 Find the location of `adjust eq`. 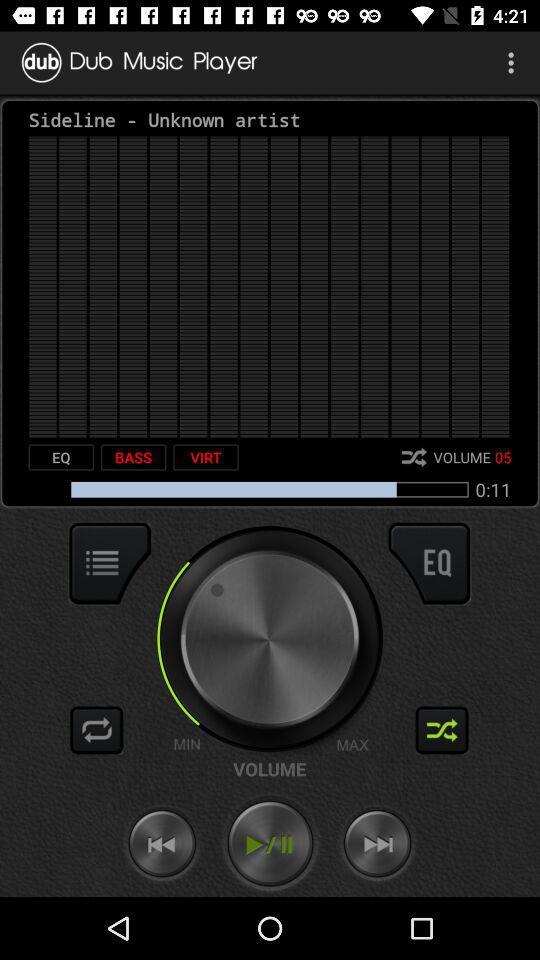

adjust eq is located at coordinates (428, 563).